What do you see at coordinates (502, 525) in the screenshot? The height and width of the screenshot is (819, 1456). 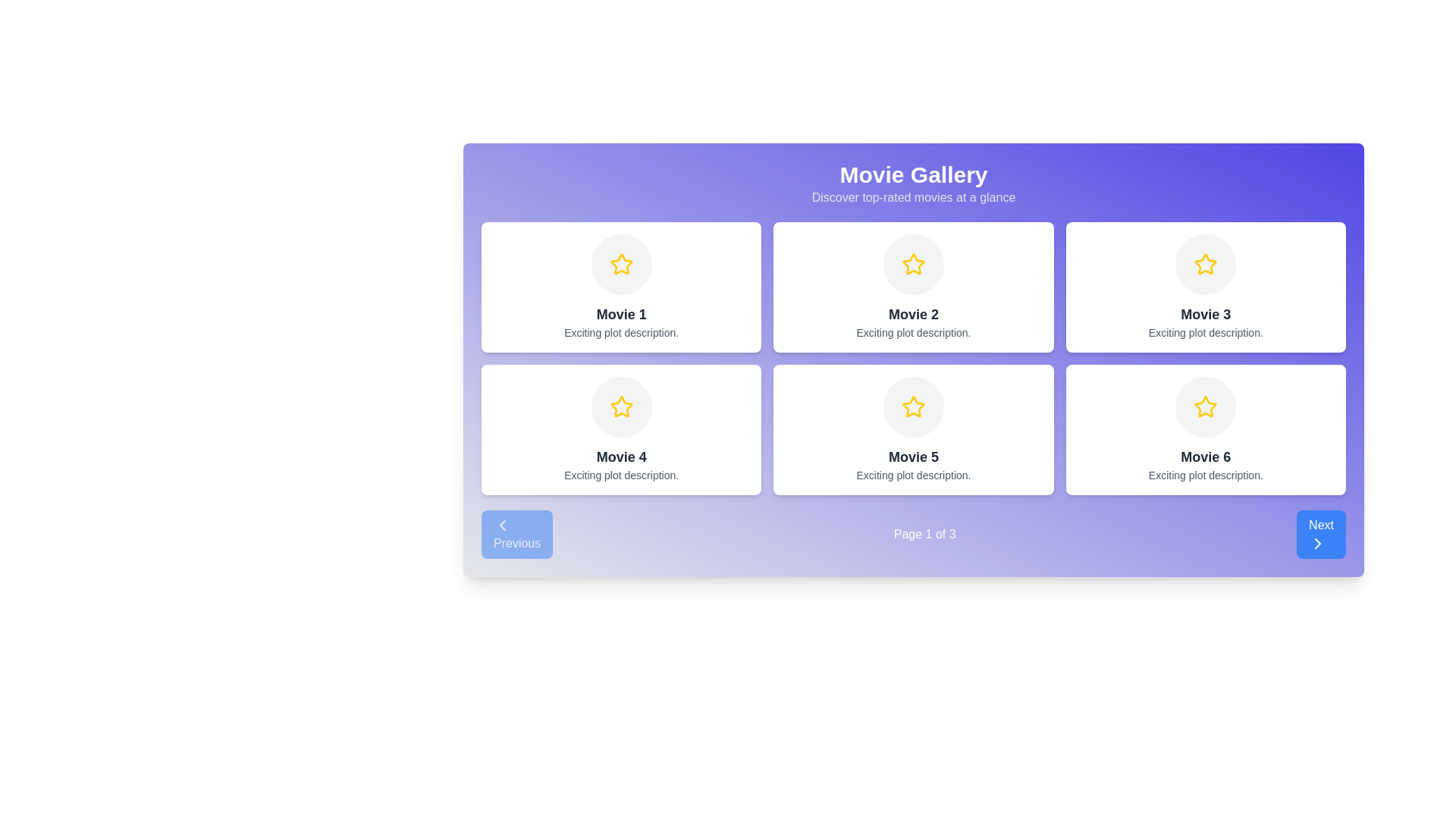 I see `the left-pointing chevron icon embedded` at bounding box center [502, 525].